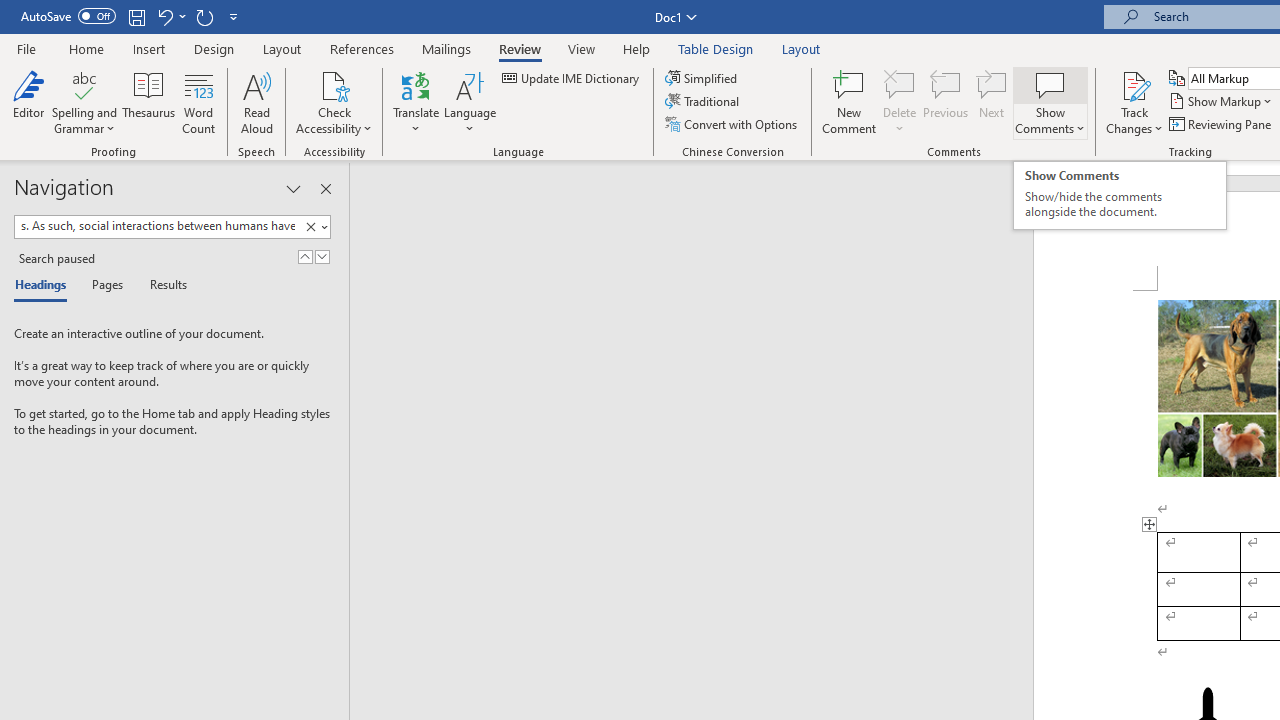 The height and width of the screenshot is (720, 1280). I want to click on 'Update IME Dictionary...', so click(571, 77).